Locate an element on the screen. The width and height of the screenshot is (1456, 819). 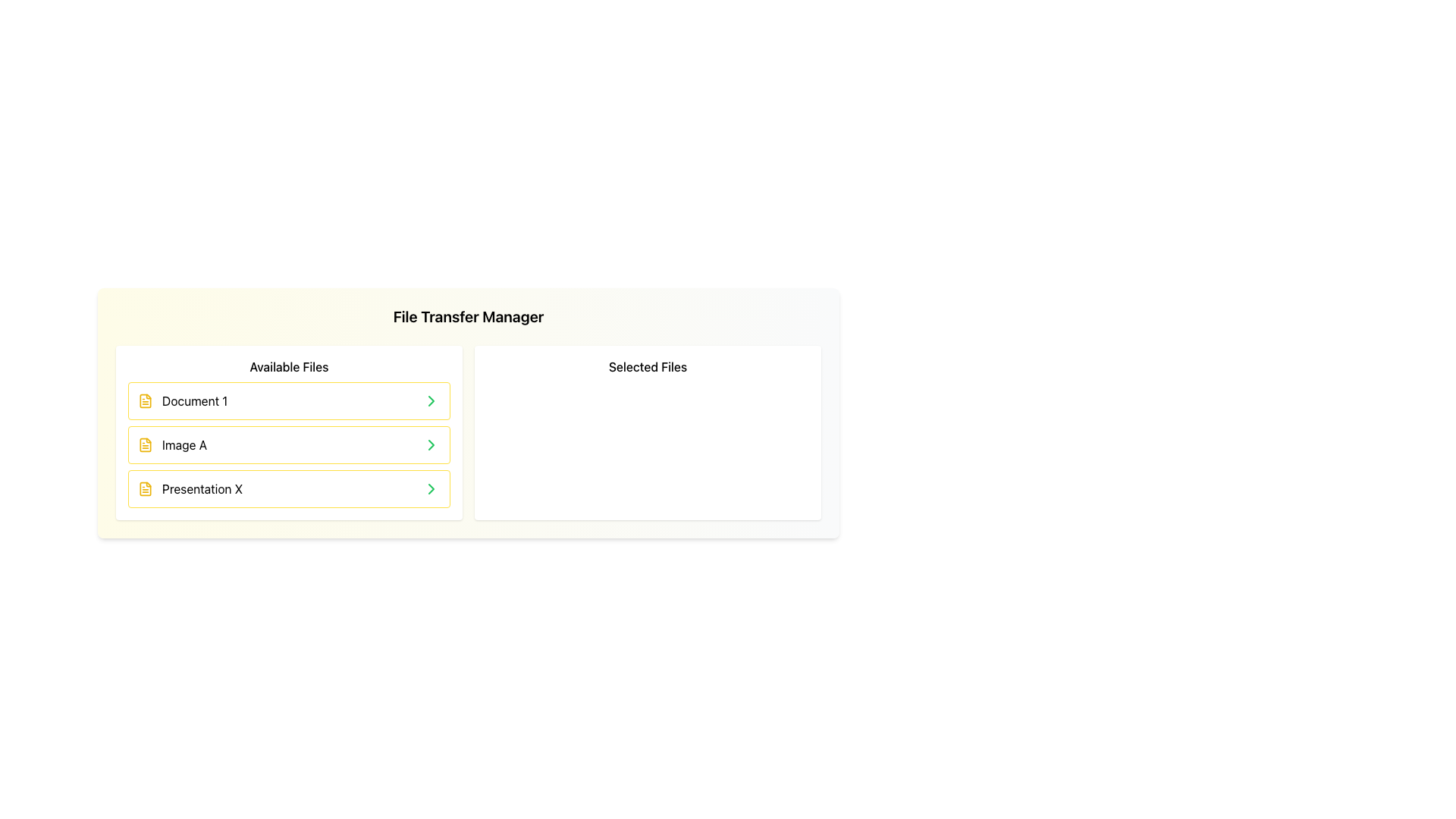
the small yellow-outline document icon located to the left of the text 'Image A' in the row is located at coordinates (146, 444).